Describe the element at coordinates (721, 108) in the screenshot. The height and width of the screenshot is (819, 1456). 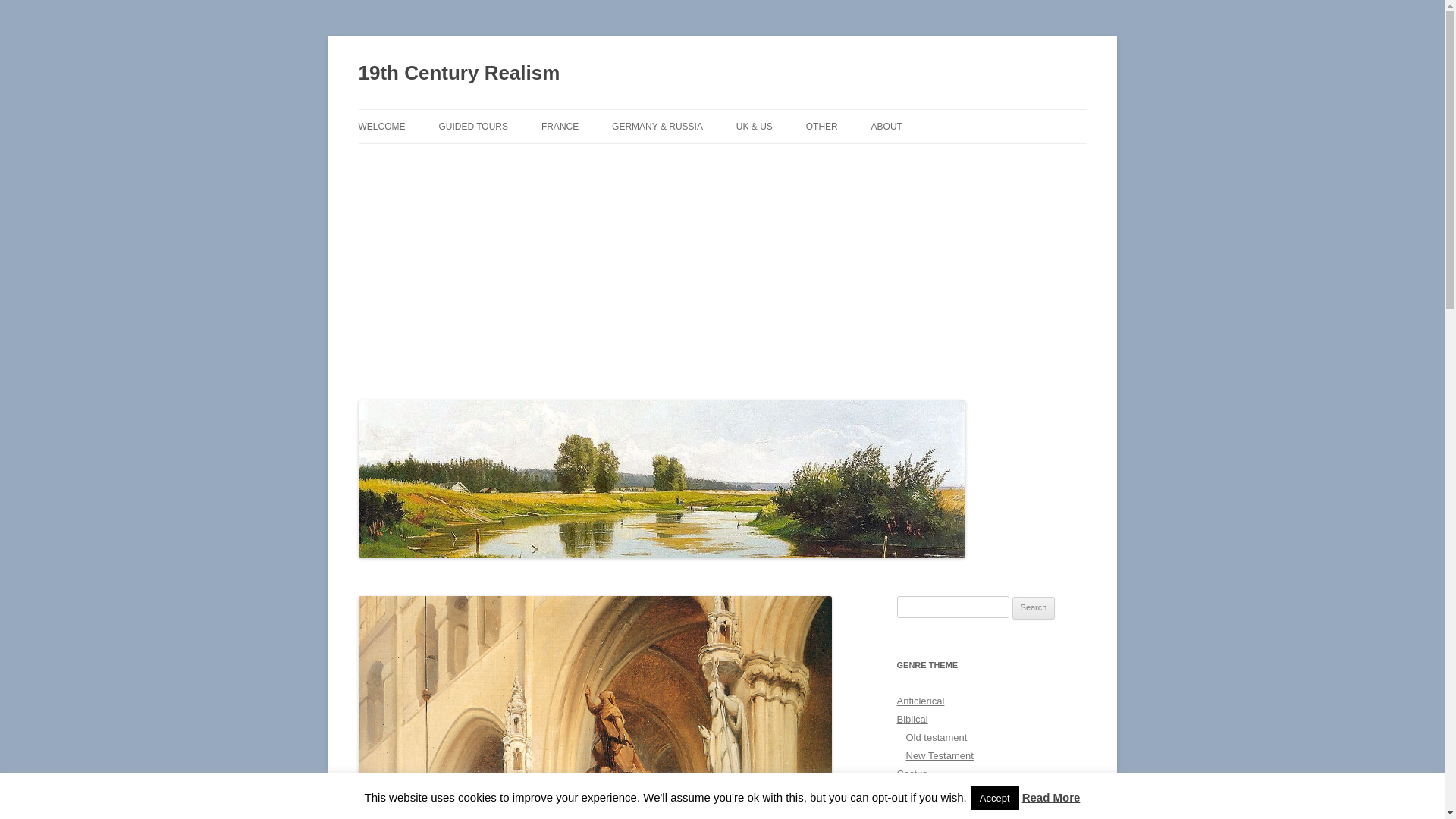
I see `'Skip to content'` at that location.